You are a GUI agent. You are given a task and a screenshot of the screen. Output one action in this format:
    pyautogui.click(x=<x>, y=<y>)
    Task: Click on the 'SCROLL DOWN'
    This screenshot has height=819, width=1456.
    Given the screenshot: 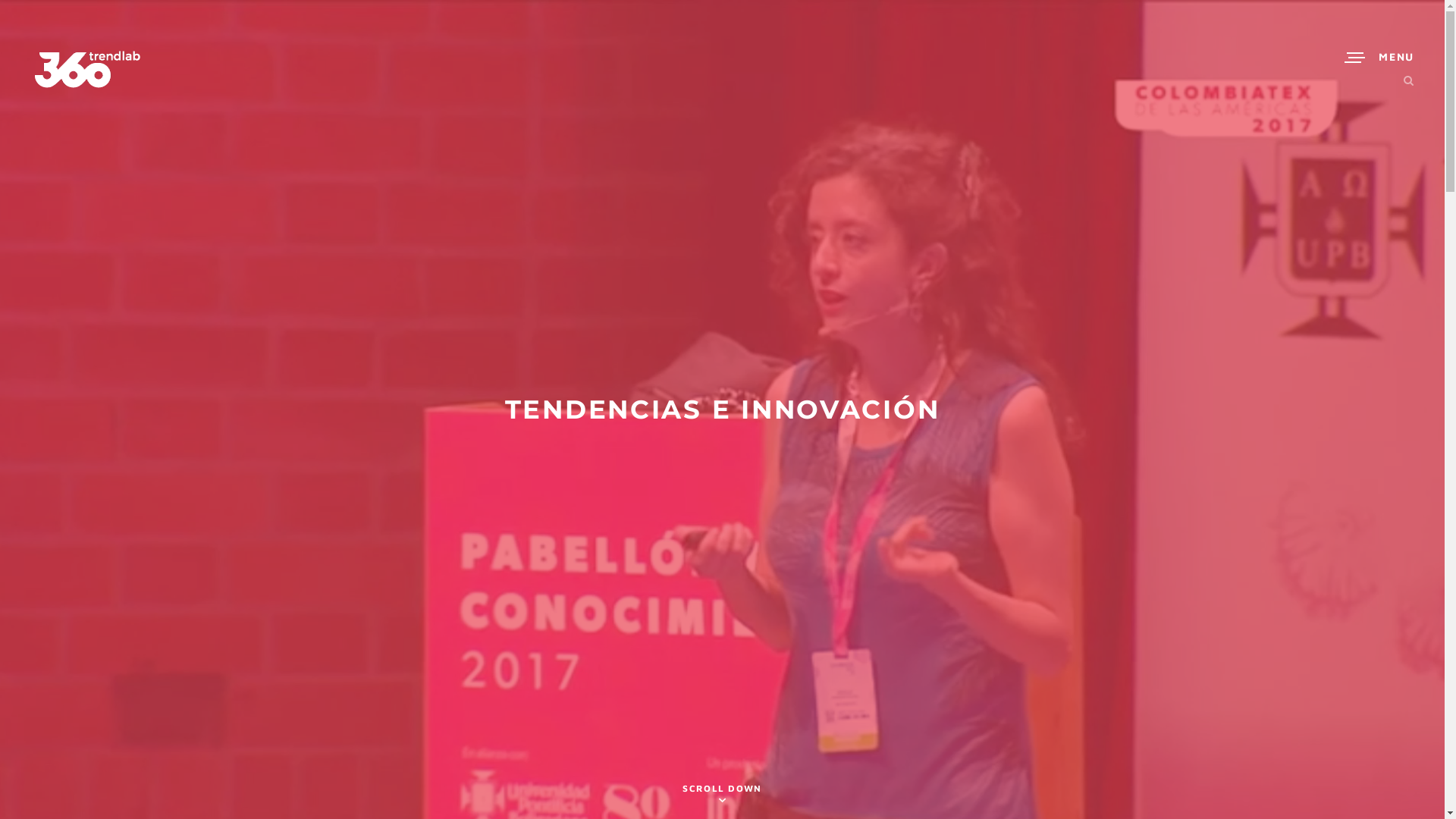 What is the action you would take?
    pyautogui.click(x=720, y=788)
    